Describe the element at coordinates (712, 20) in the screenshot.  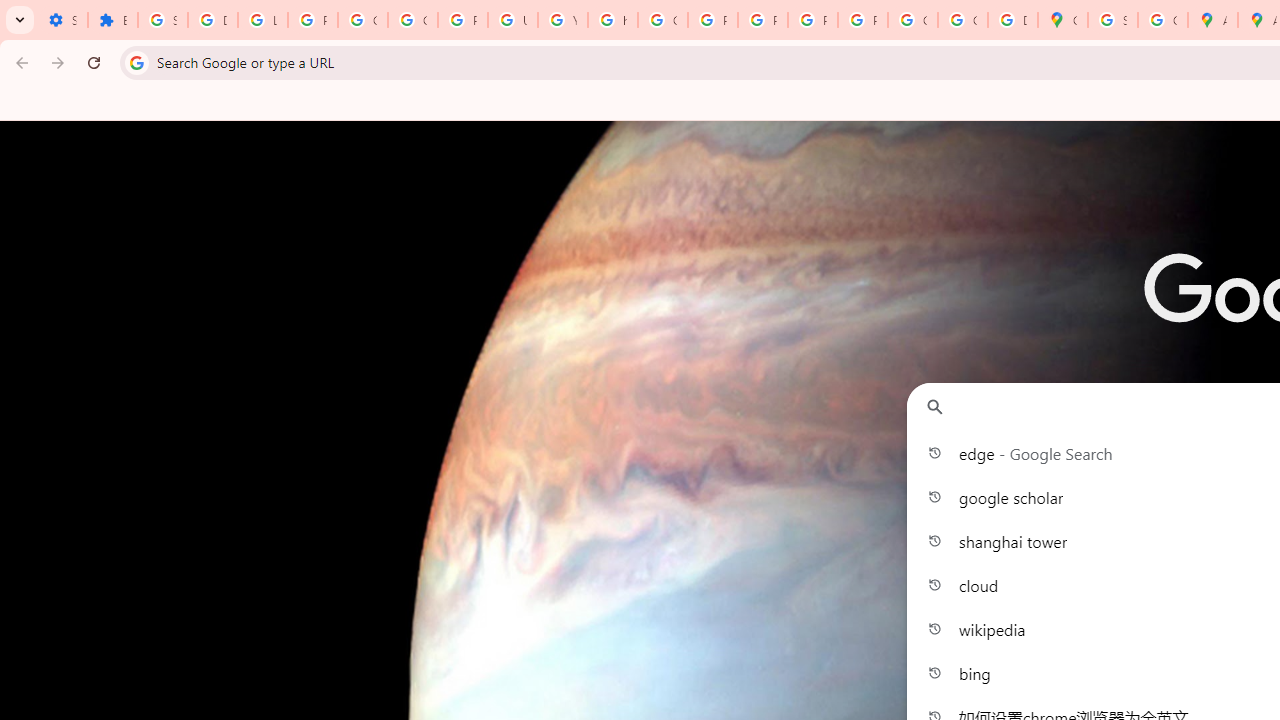
I see `'Privacy Help Center - Policies Help'` at that location.